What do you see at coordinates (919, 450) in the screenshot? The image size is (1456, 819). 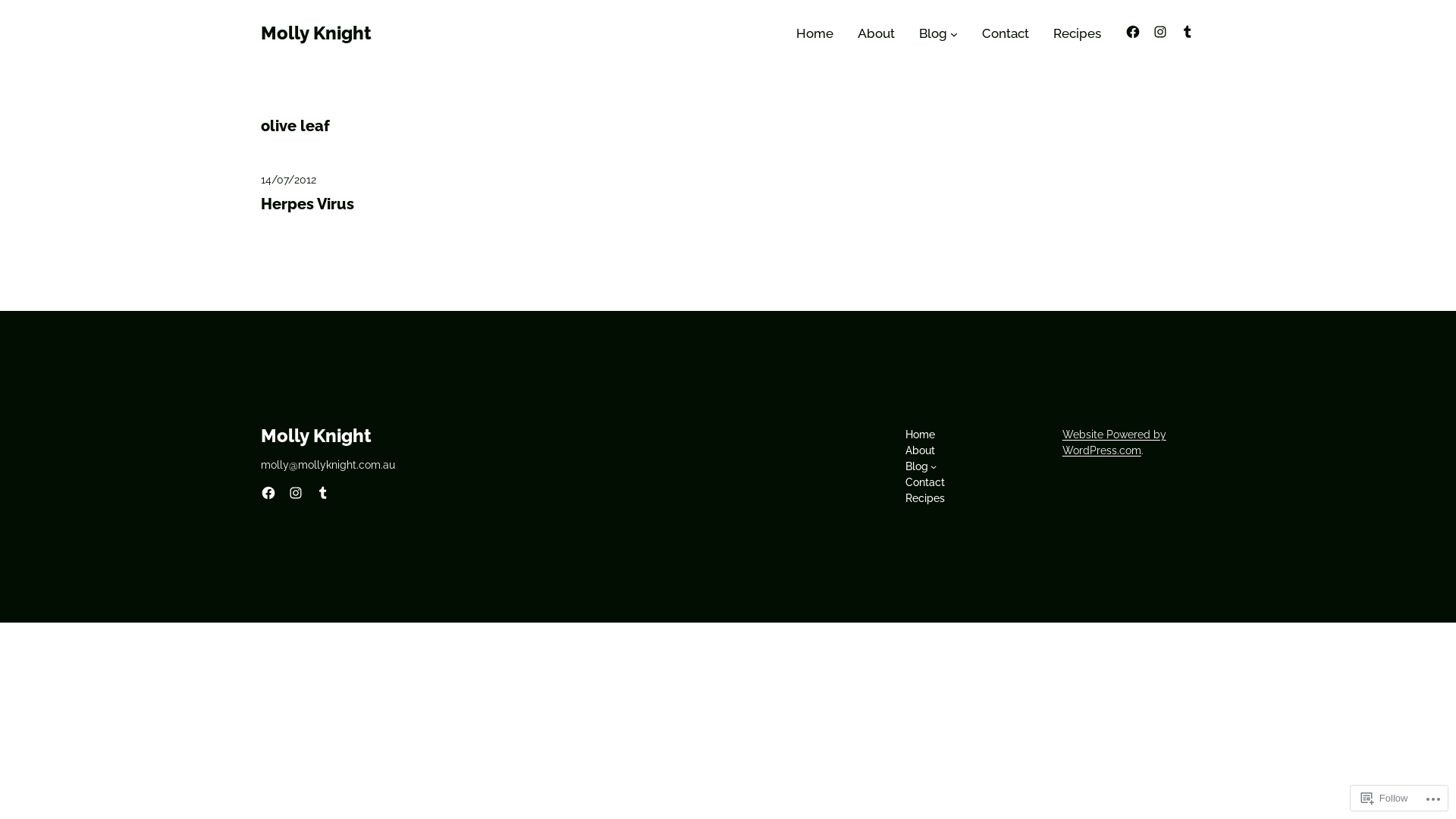 I see `'About'` at bounding box center [919, 450].